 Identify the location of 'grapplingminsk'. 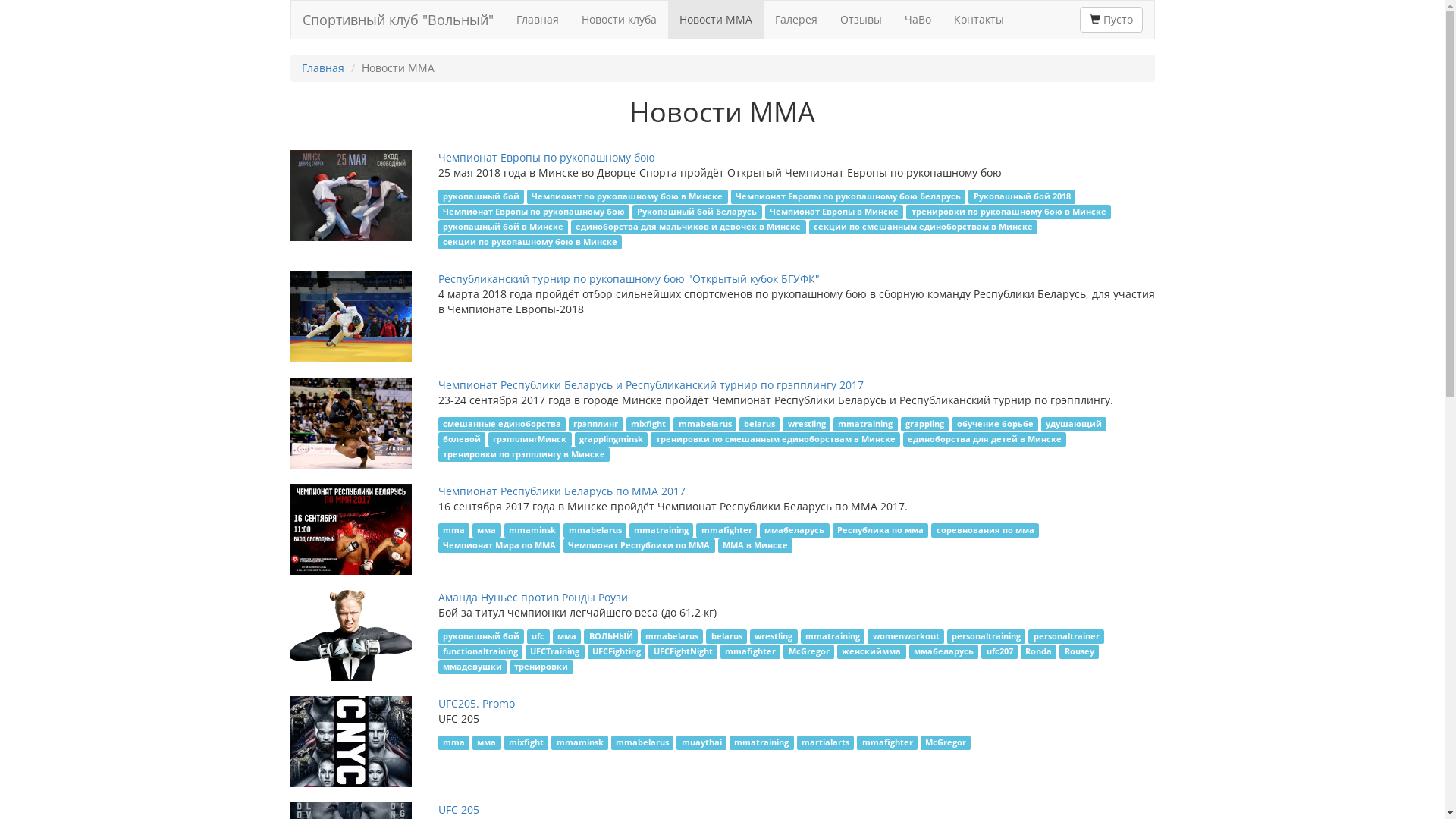
(611, 439).